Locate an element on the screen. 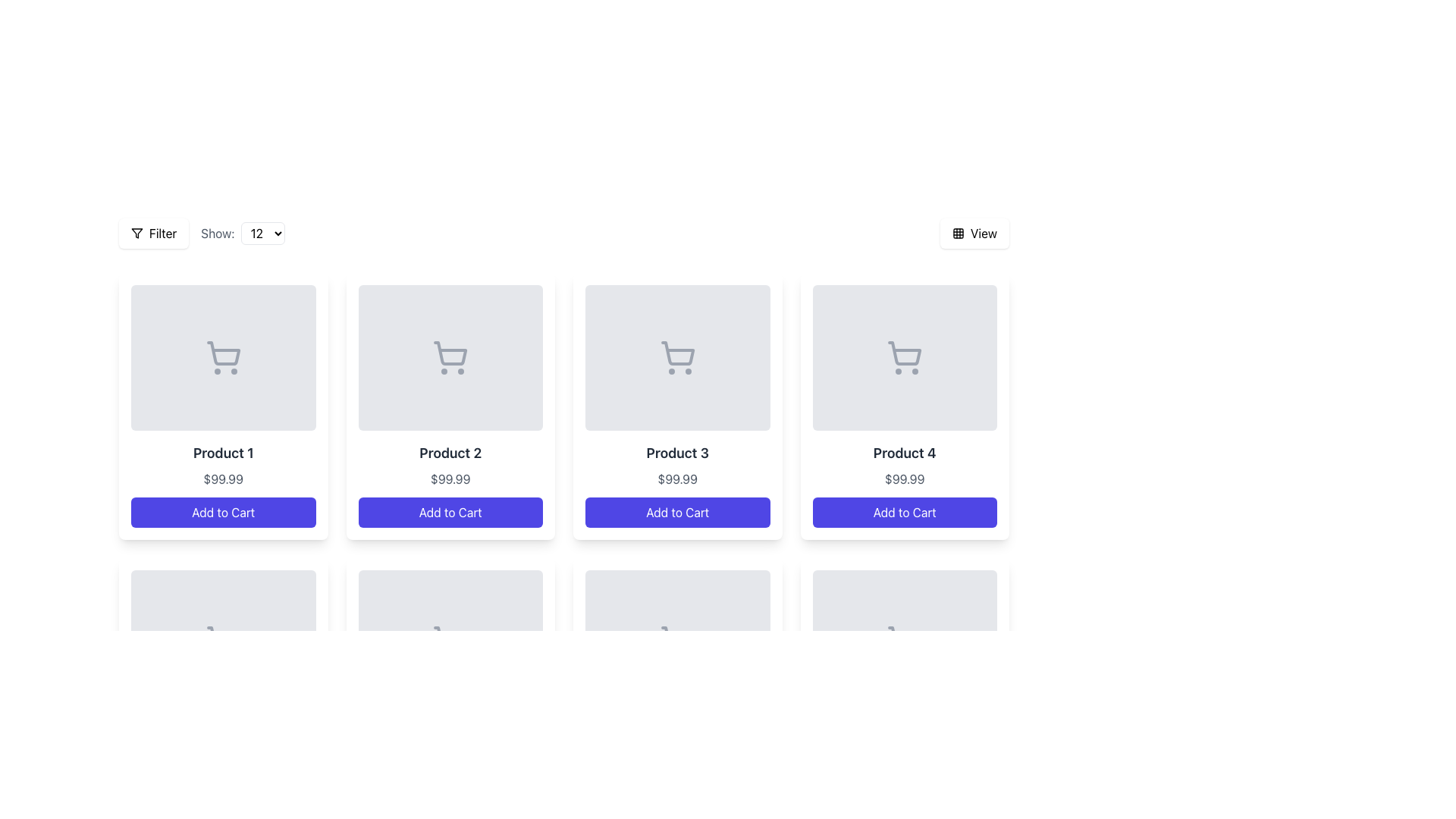 The image size is (1456, 819). the shopping cart icon associated with 'Product 1' located is located at coordinates (222, 357).